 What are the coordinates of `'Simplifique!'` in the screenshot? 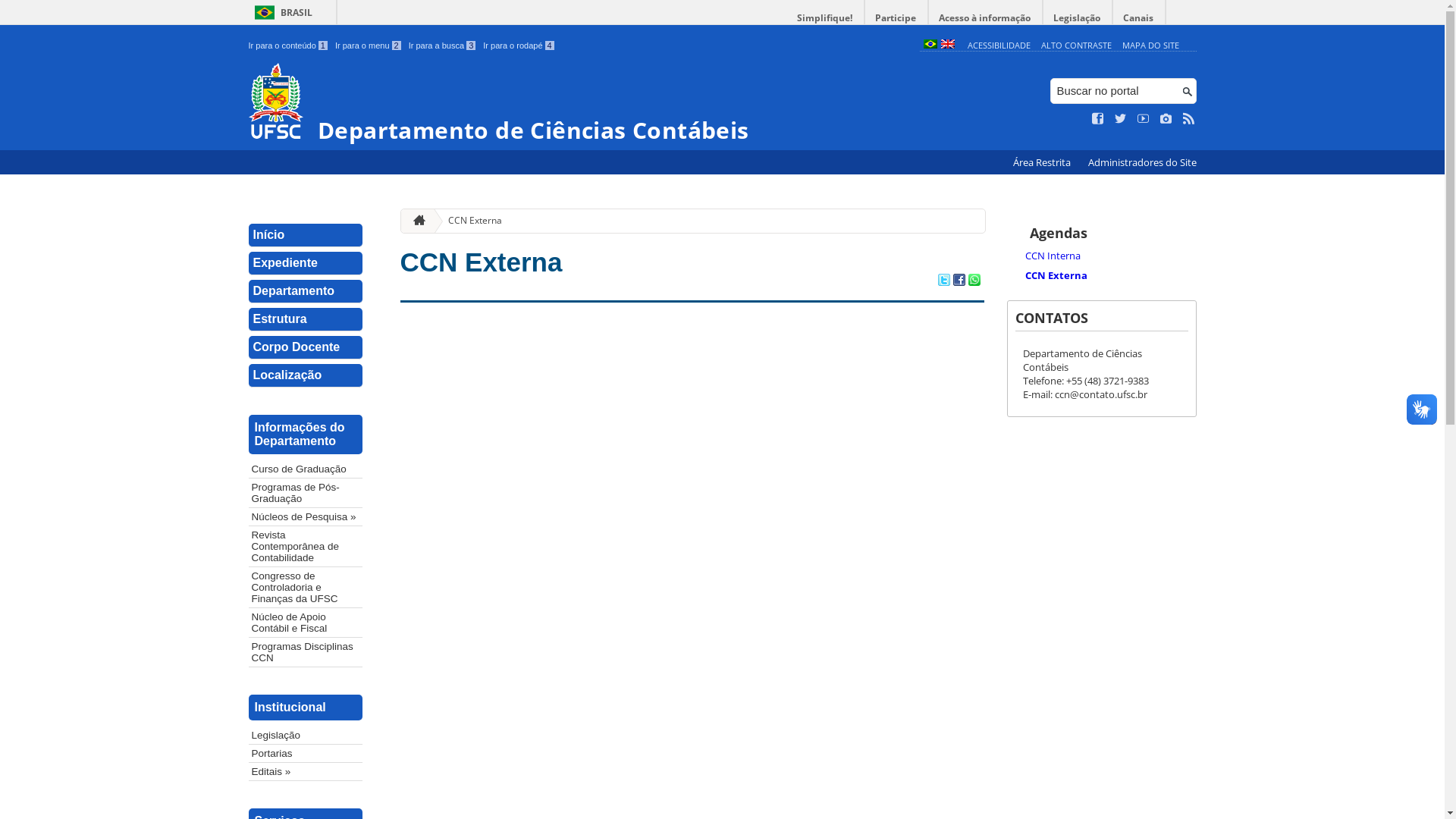 It's located at (824, 17).